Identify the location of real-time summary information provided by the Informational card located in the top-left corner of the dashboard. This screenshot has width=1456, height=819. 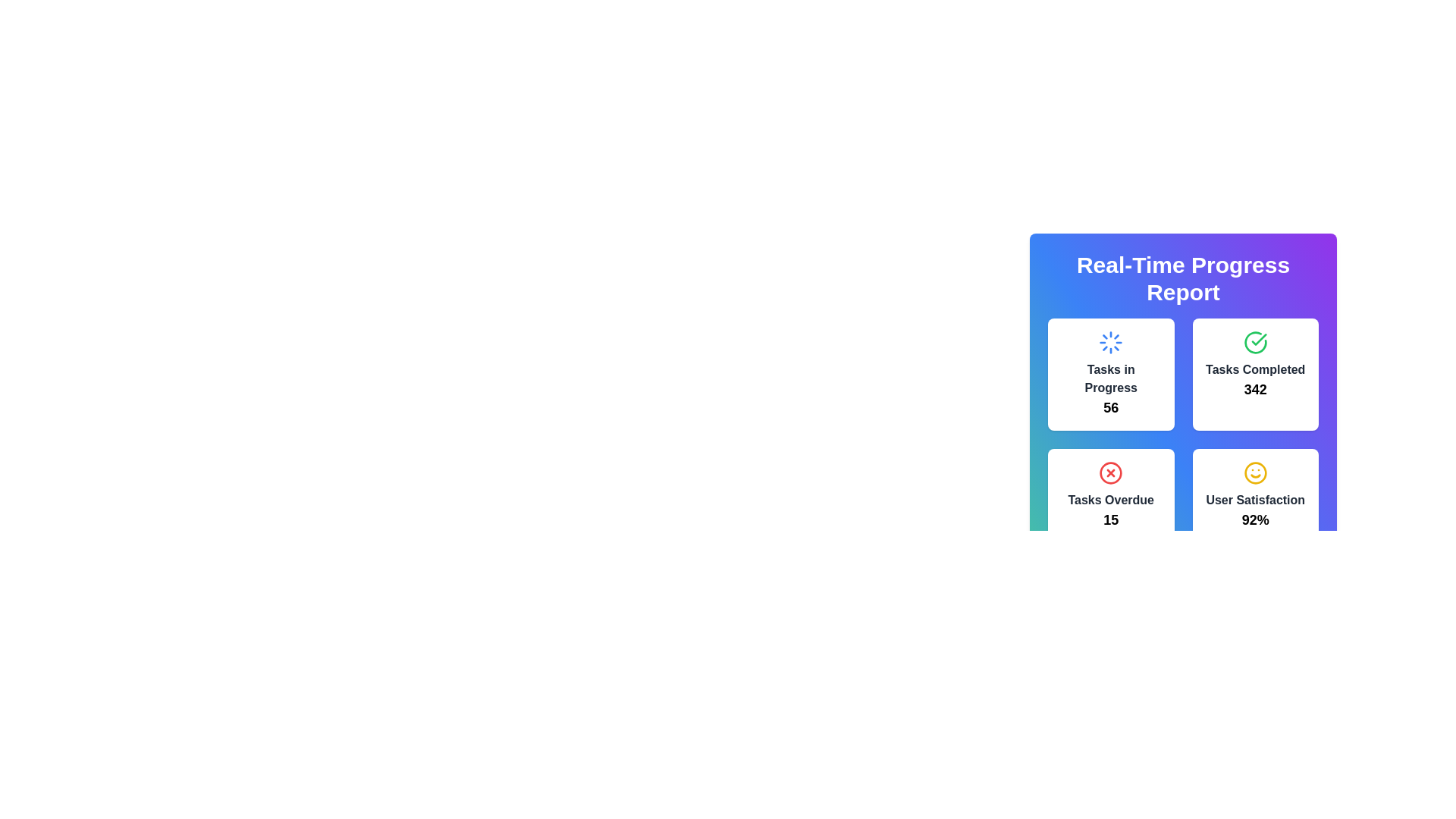
(1111, 374).